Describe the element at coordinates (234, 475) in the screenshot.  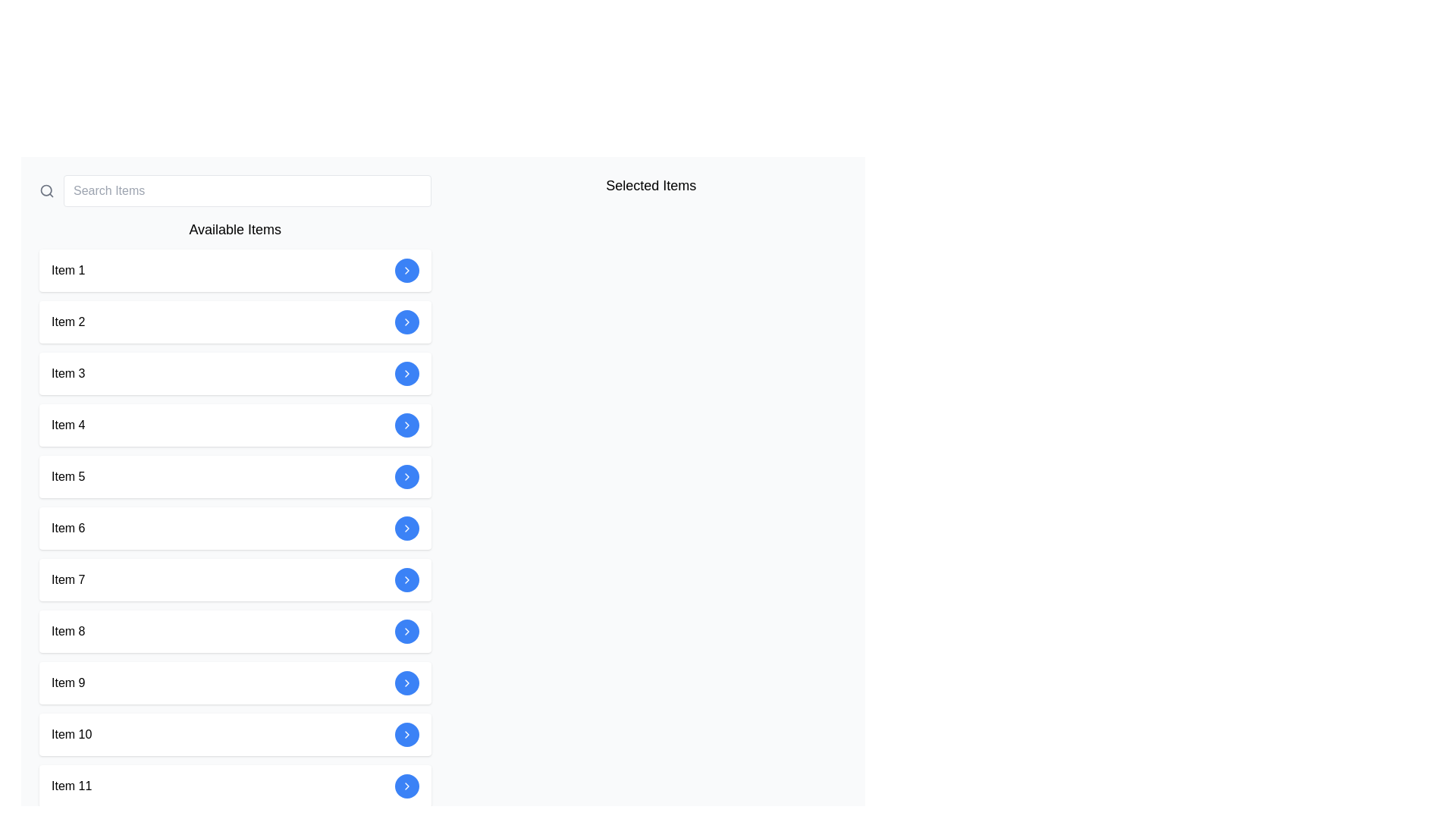
I see `the selectable list item labeled 'Item 5' with a circular blue button on the right` at that location.